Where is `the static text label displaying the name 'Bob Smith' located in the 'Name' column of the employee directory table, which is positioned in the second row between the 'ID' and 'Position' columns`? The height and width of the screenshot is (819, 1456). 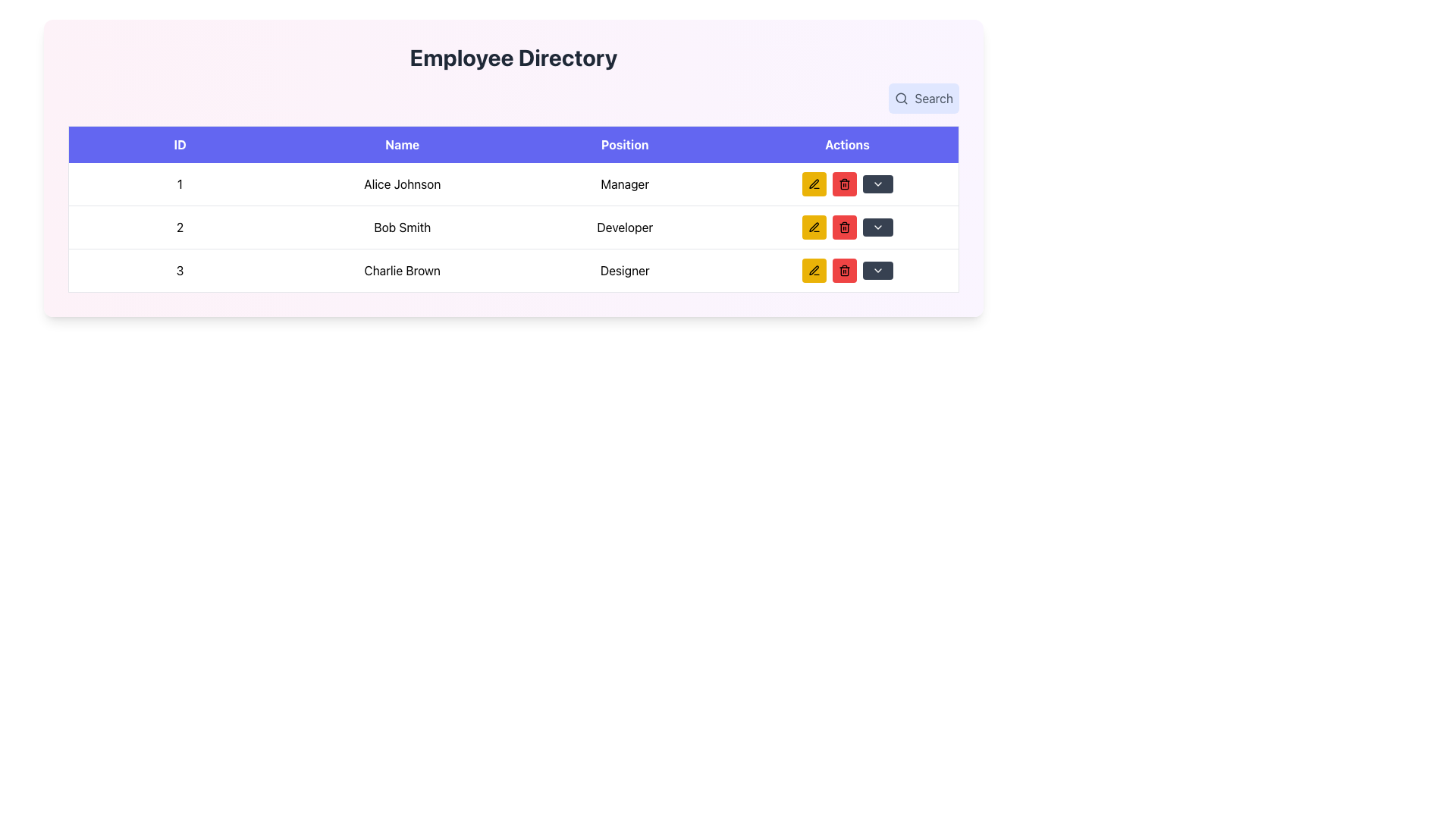 the static text label displaying the name 'Bob Smith' located in the 'Name' column of the employee directory table, which is positioned in the second row between the 'ID' and 'Position' columns is located at coordinates (402, 227).